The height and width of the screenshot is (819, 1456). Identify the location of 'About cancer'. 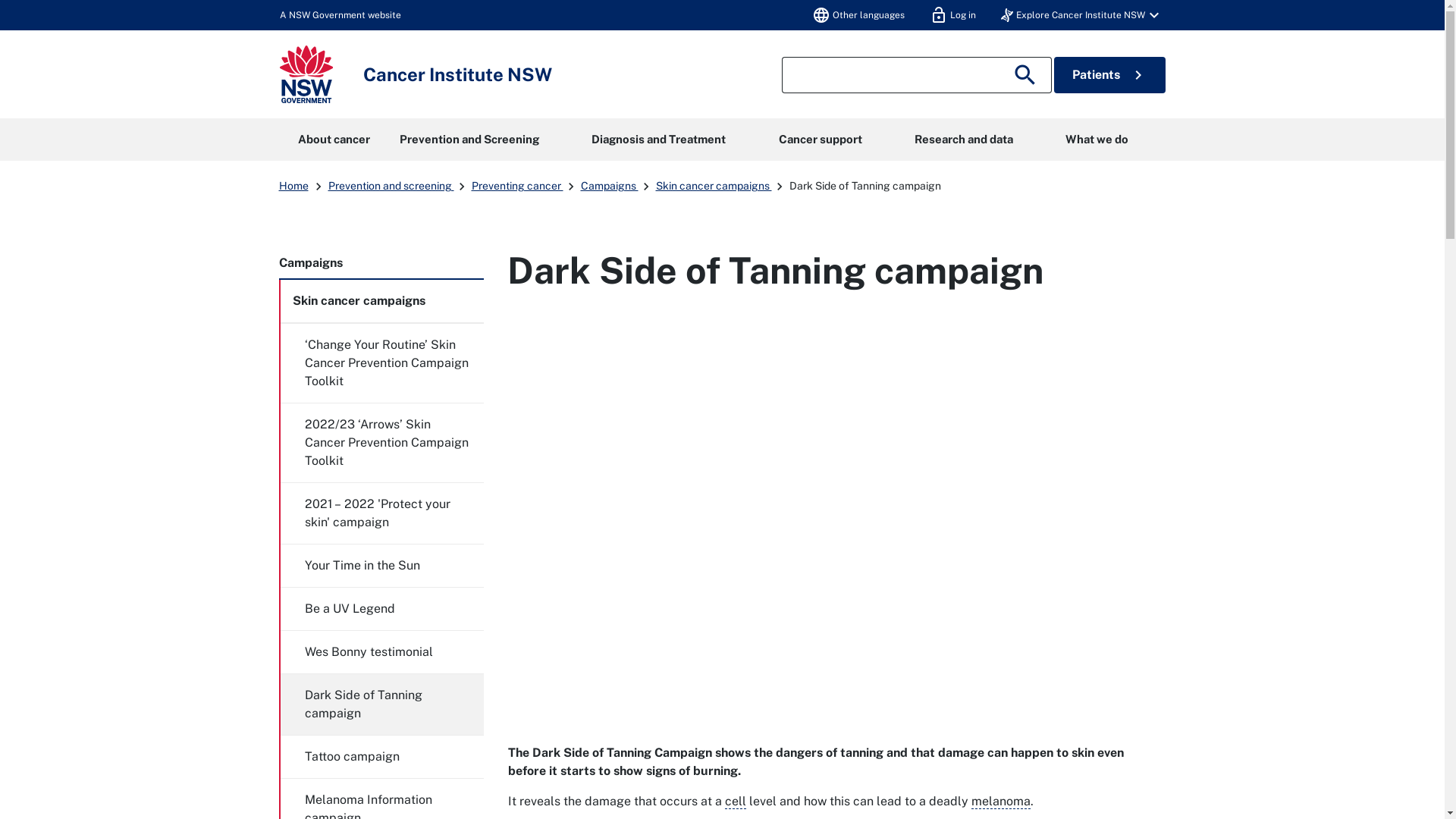
(333, 140).